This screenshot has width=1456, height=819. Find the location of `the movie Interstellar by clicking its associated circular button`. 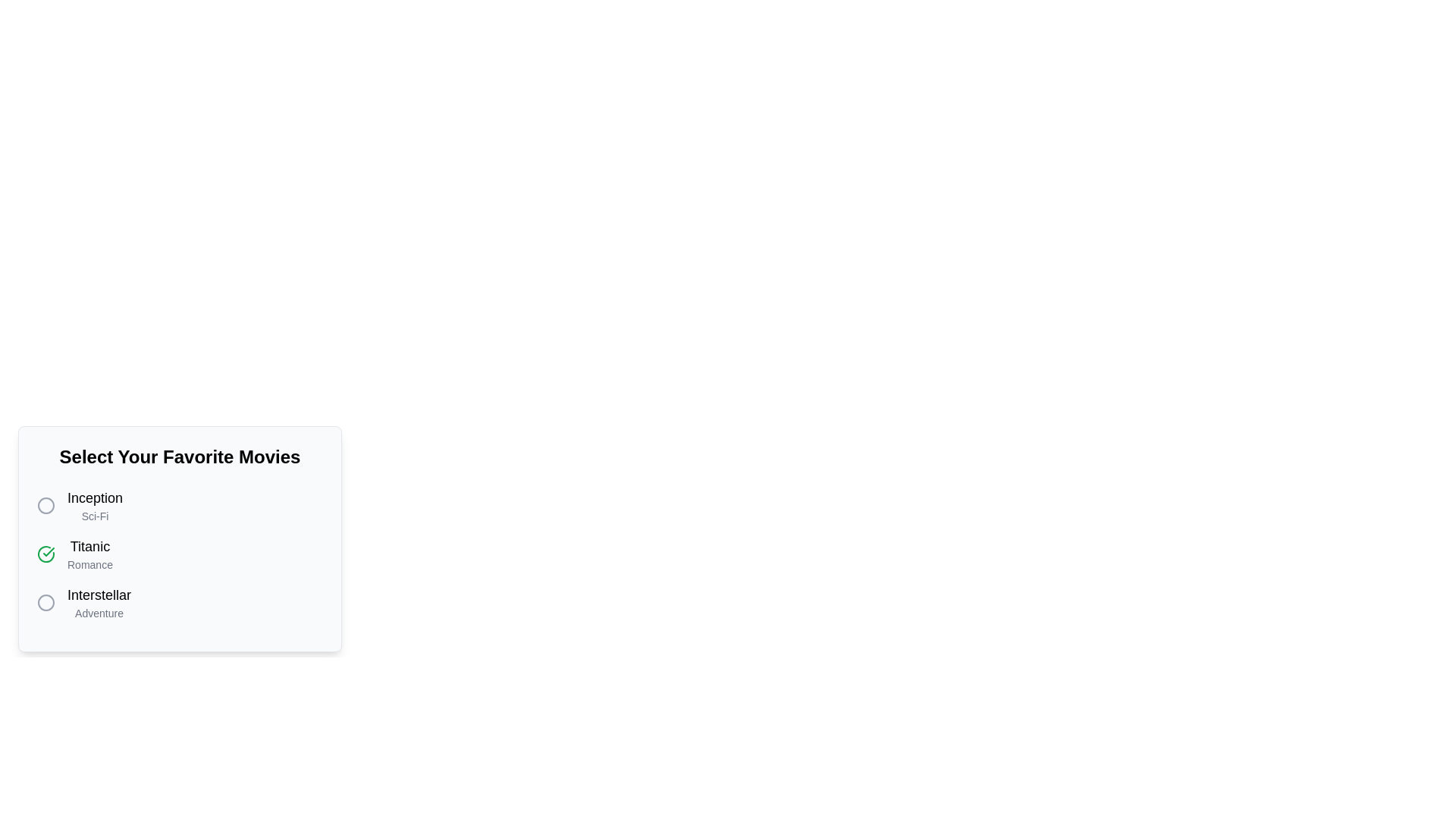

the movie Interstellar by clicking its associated circular button is located at coordinates (46, 601).